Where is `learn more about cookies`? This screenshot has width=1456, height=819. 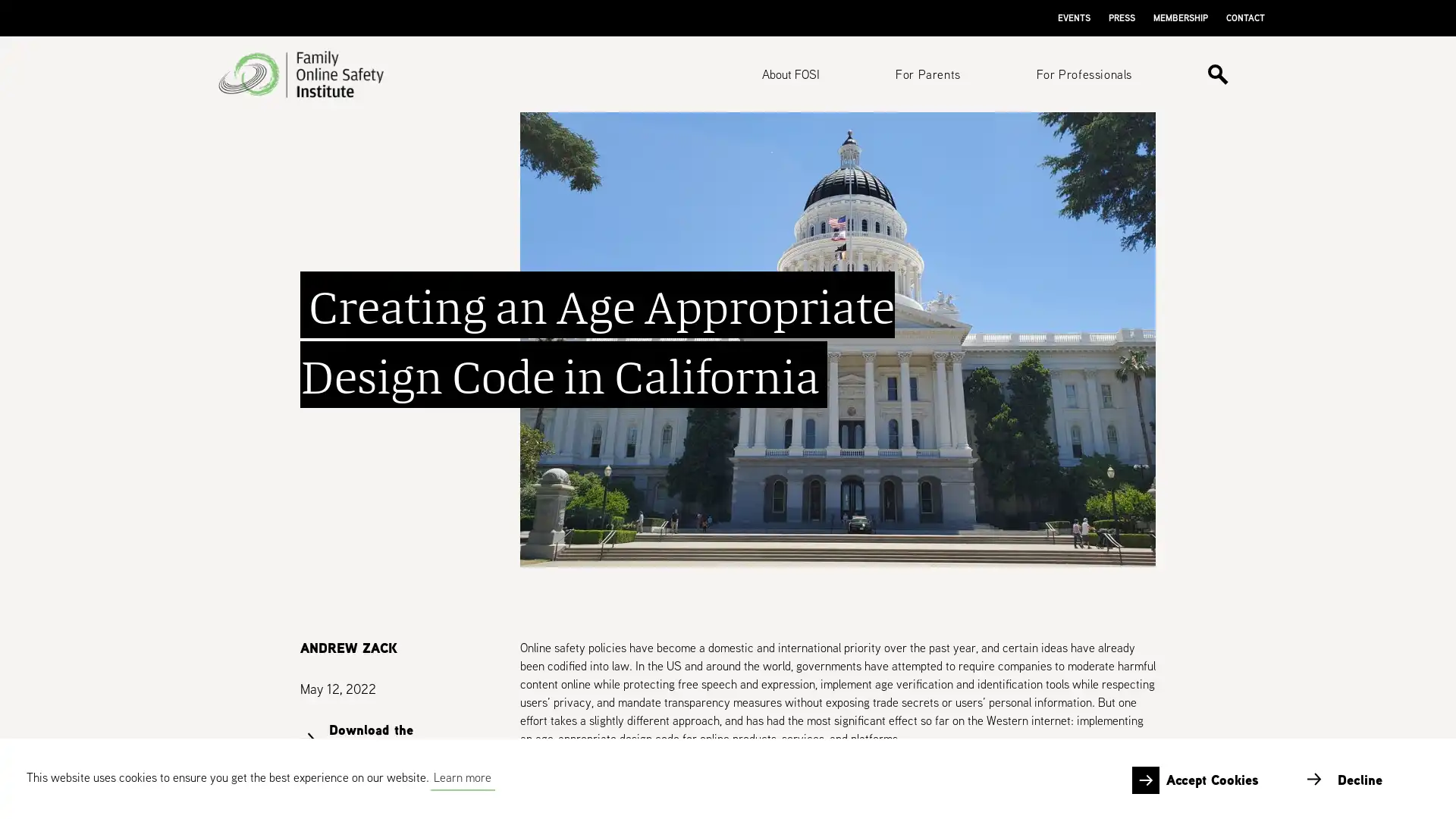
learn more about cookies is located at coordinates (462, 778).